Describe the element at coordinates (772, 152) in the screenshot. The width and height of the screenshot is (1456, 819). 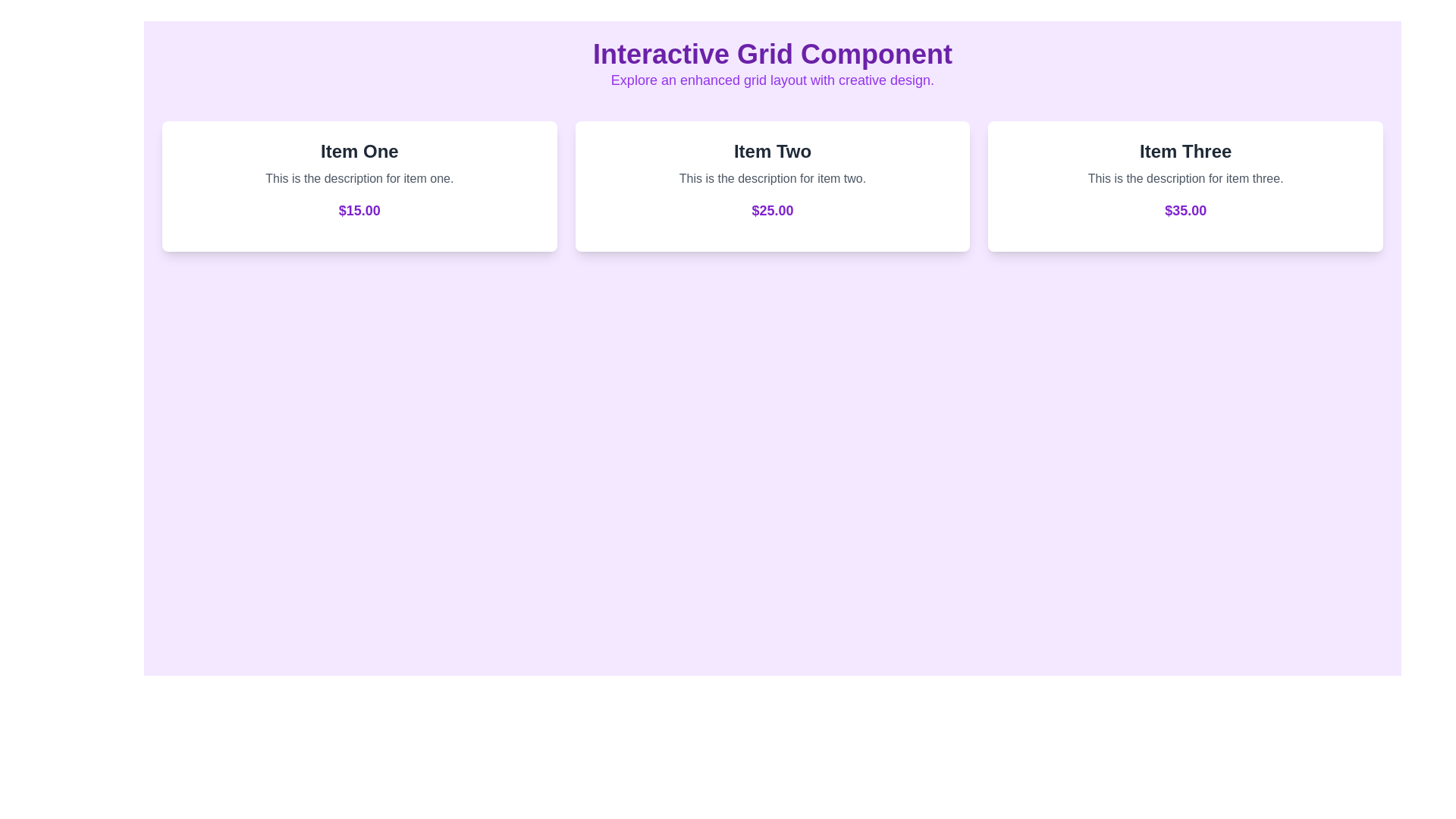
I see `the 'Item Two' text label, which is styled in bold and large dark gray font, located prominently at the upper section of the second card` at that location.